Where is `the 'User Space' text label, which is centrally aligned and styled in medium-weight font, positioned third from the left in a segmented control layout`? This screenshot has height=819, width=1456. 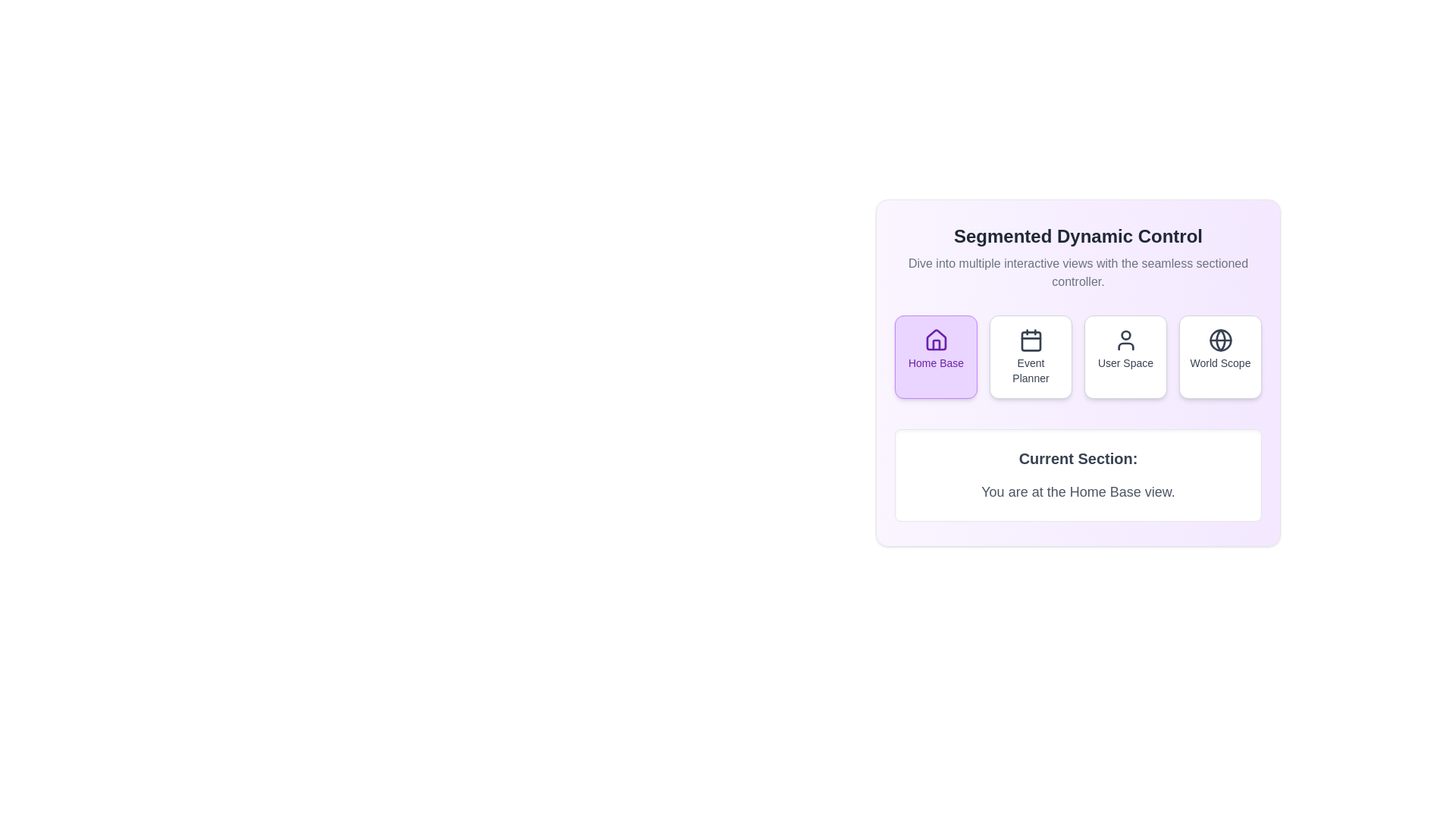
the 'User Space' text label, which is centrally aligned and styled in medium-weight font, positioned third from the left in a segmented control layout is located at coordinates (1125, 362).